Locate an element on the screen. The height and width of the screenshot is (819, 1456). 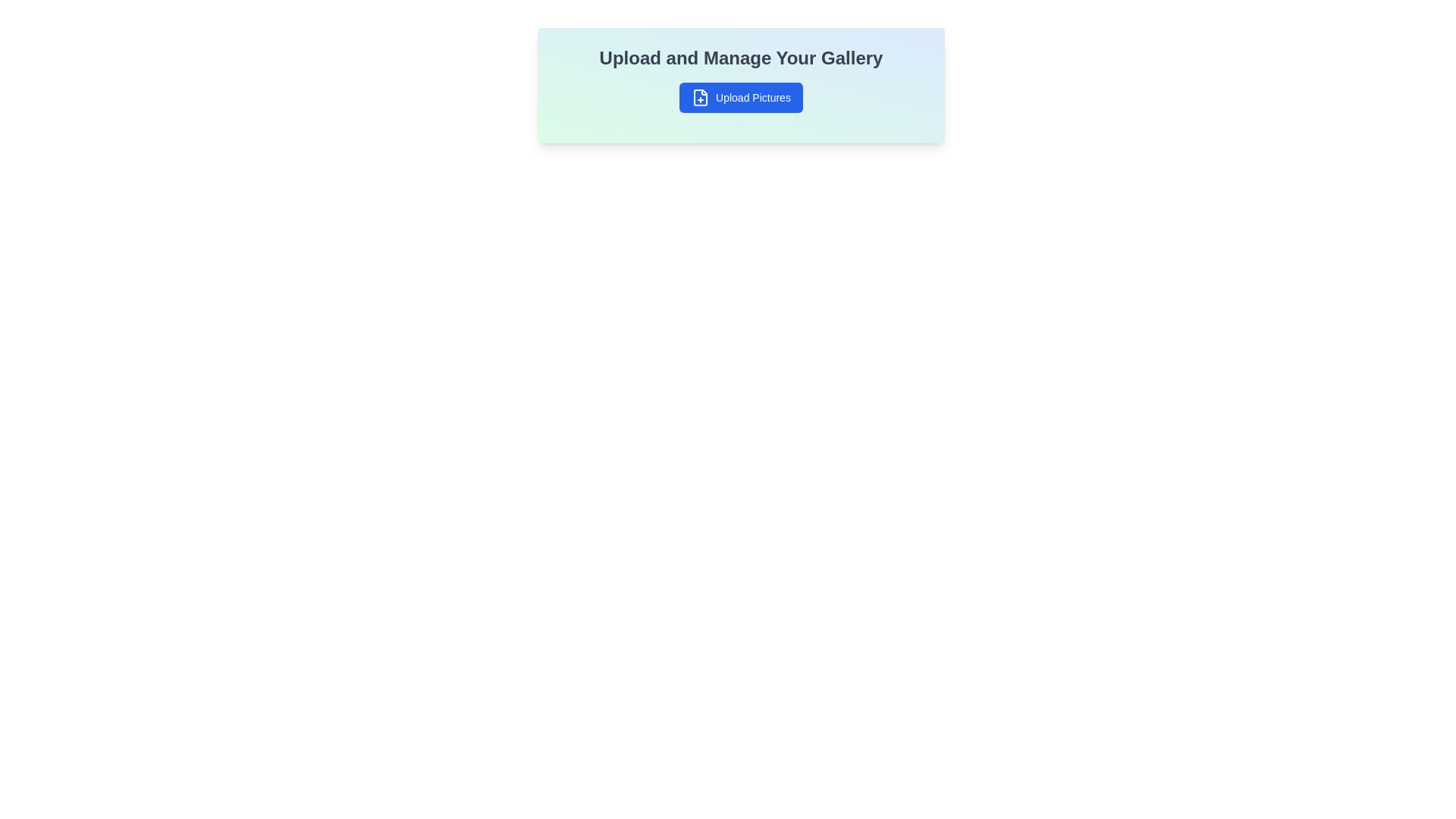
the SVG Icon within the 'Upload Pictures' button, which indicates the function to upload or manage files is located at coordinates (700, 97).